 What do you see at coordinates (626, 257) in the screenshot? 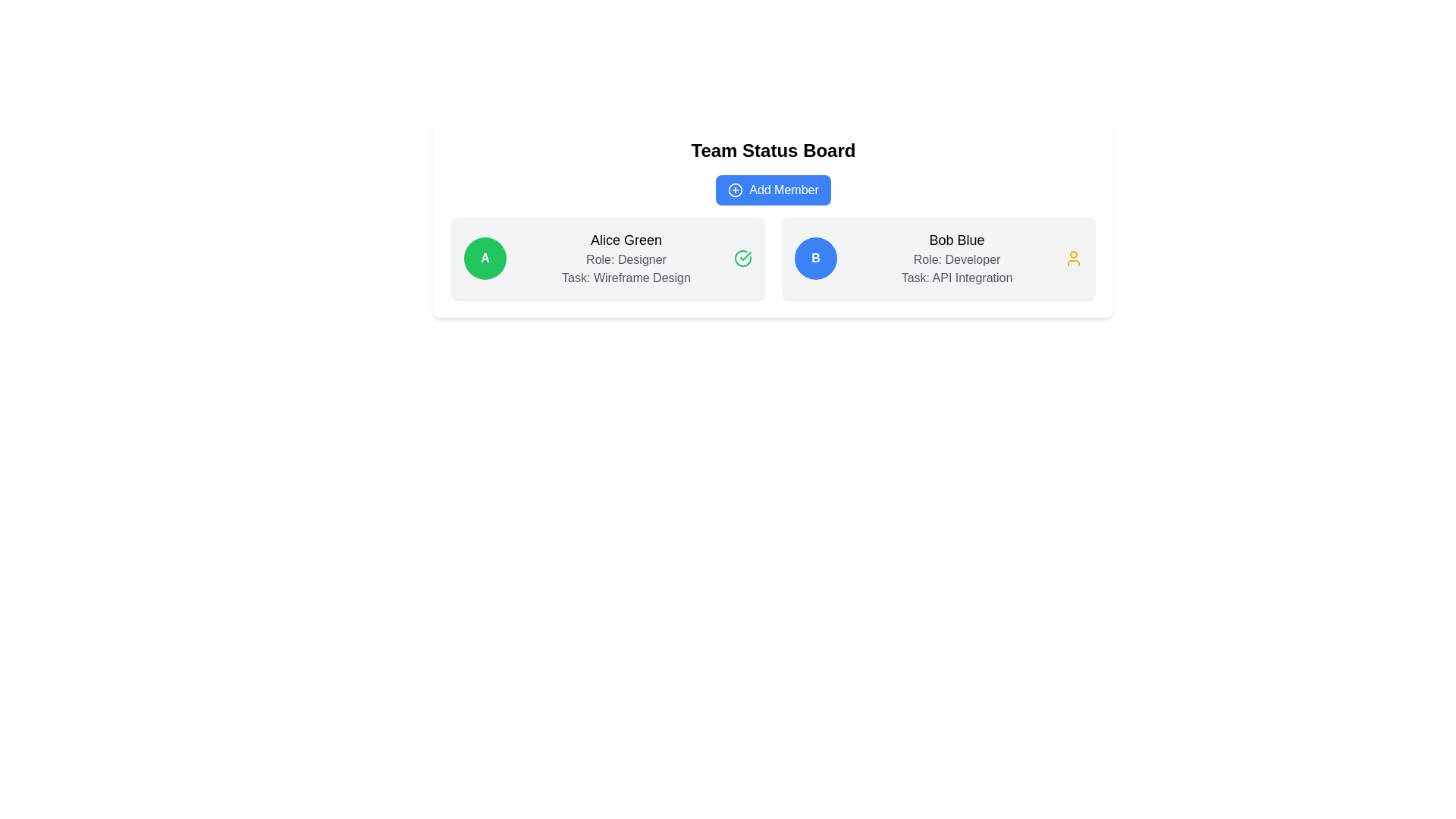
I see `the Text Display Block that summarizes a team member's name, role, and current task for accessibility purposes` at bounding box center [626, 257].